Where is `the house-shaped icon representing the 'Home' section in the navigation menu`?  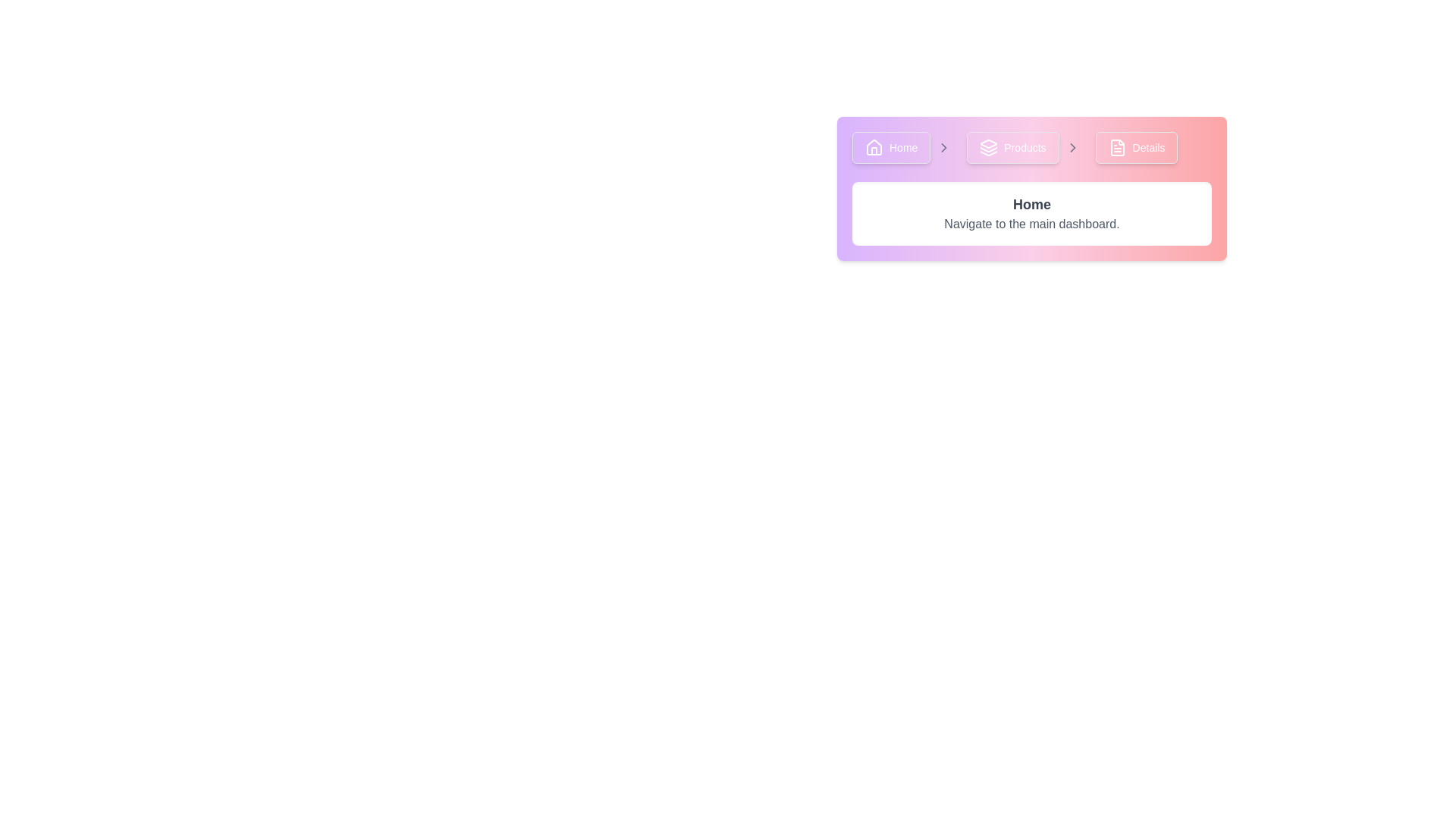
the house-shaped icon representing the 'Home' section in the navigation menu is located at coordinates (874, 148).